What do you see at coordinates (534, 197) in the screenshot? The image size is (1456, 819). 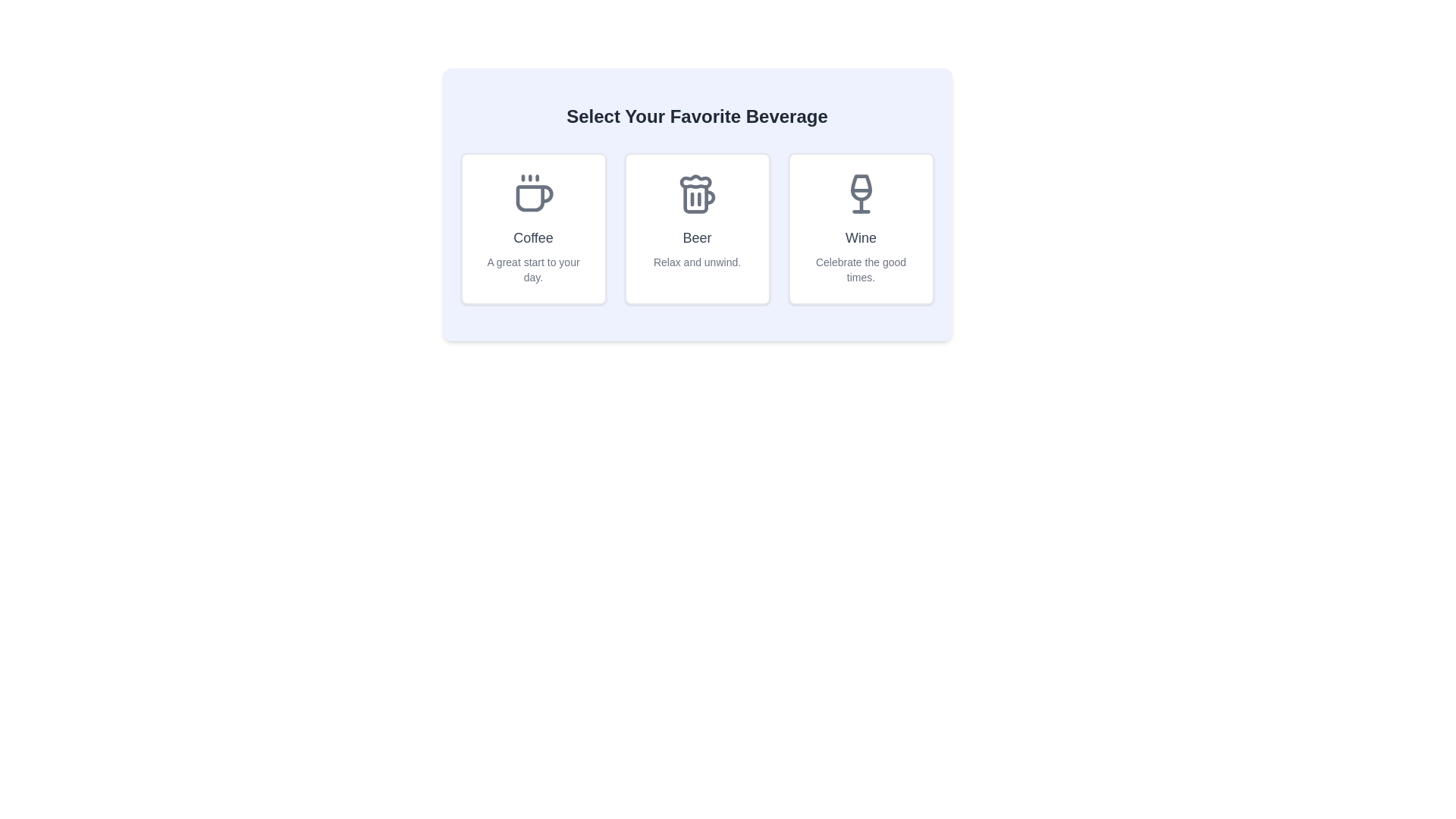 I see `the main body of the coffee cup icon located within the 'Coffee' option card` at bounding box center [534, 197].